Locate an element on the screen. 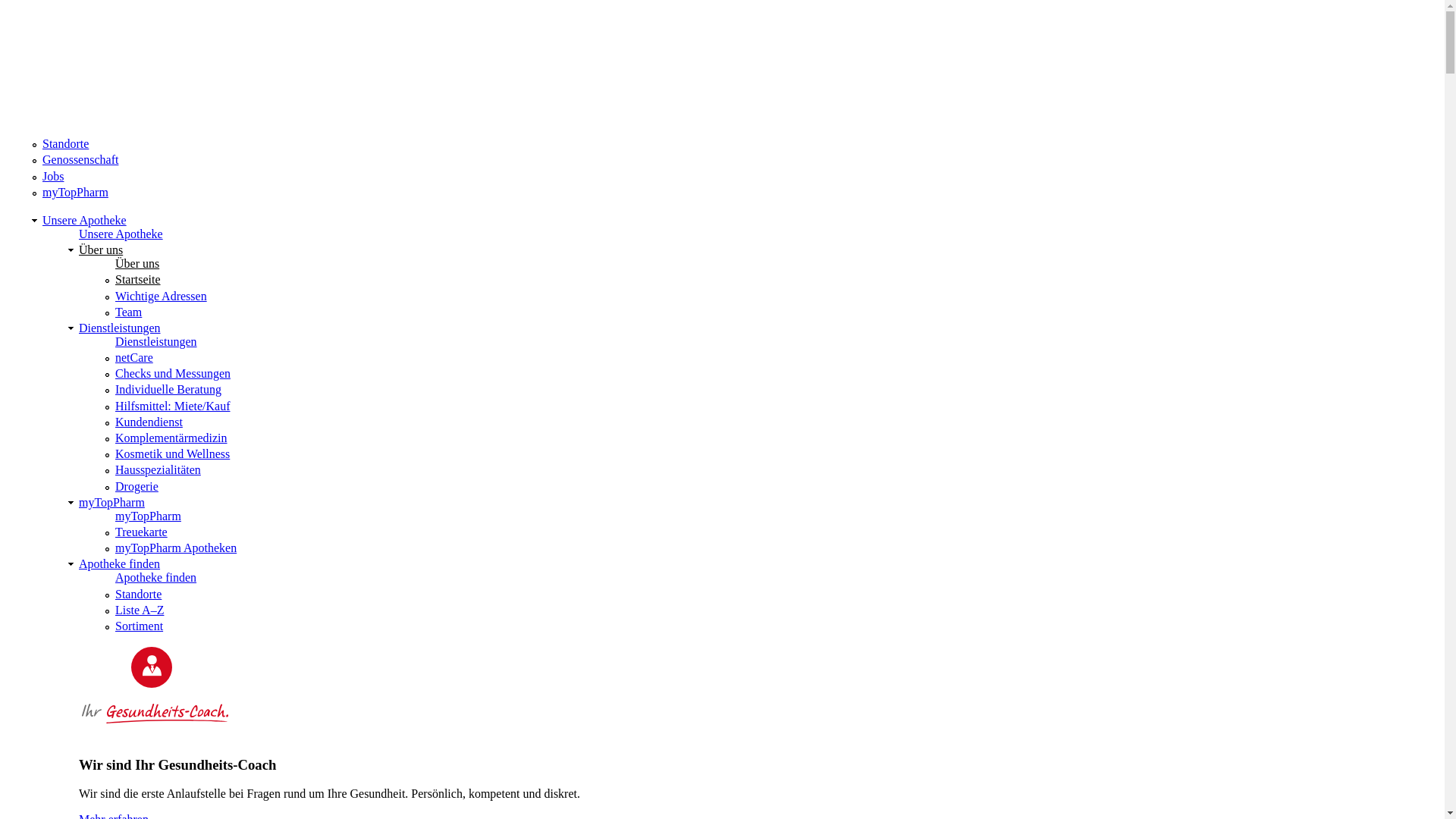  'Jobs' is located at coordinates (53, 175).